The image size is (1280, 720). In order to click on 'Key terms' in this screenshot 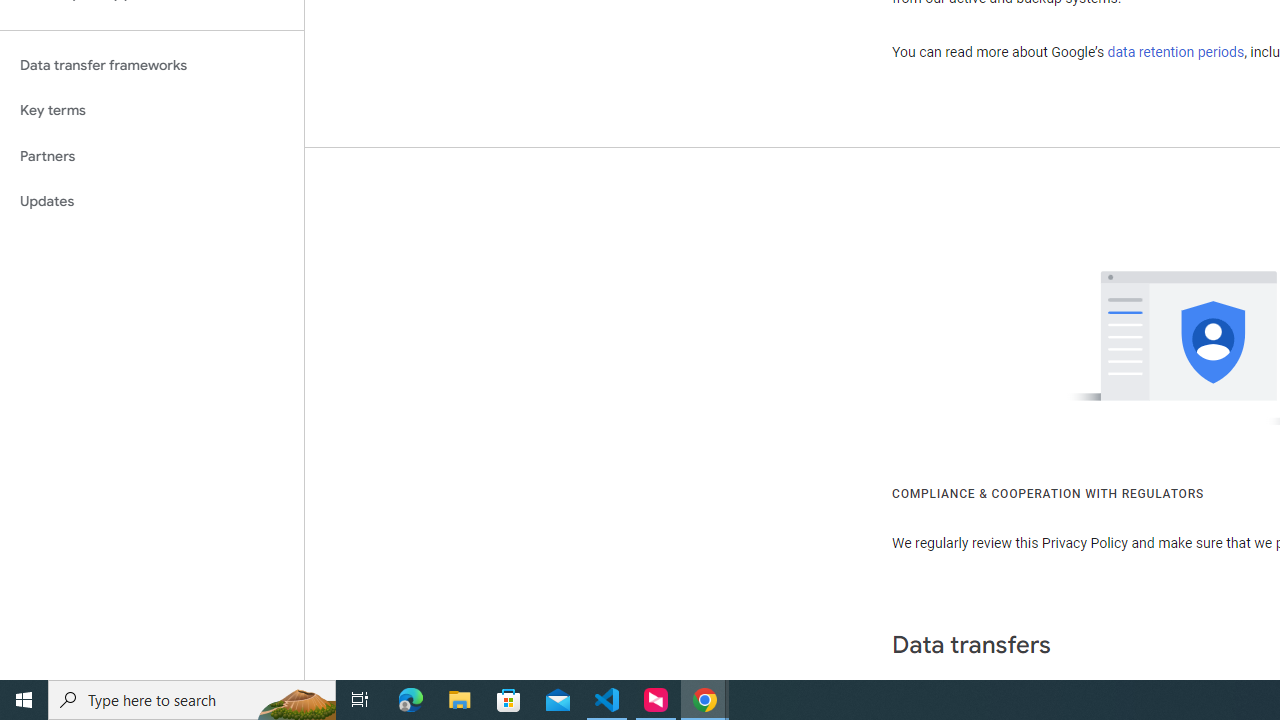, I will do `click(151, 110)`.